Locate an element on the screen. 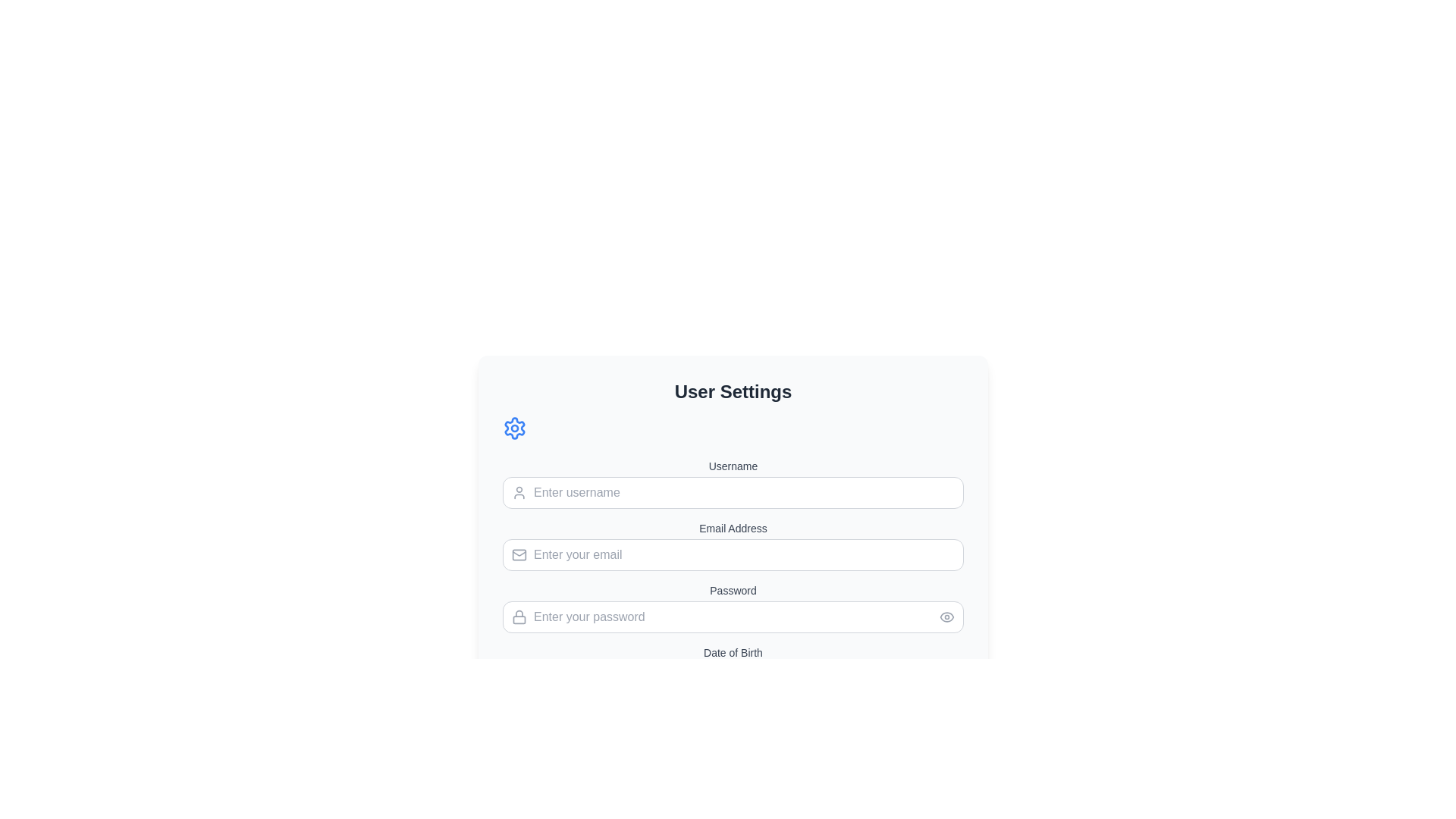 The image size is (1456, 819). the password entry field by clicking the decorative lock icon is located at coordinates (519, 617).